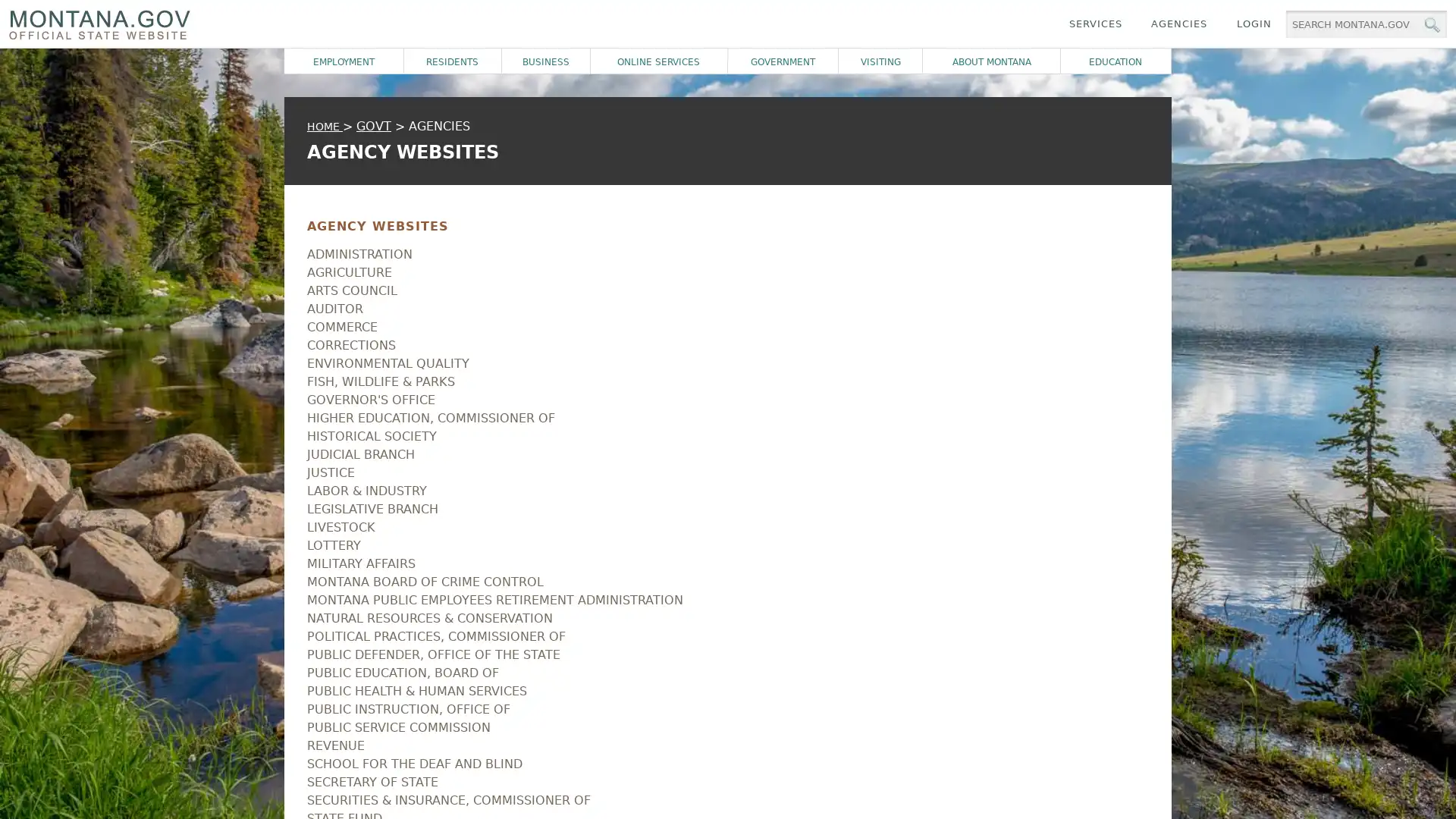  I want to click on MT.gov Search Button, so click(1430, 25).